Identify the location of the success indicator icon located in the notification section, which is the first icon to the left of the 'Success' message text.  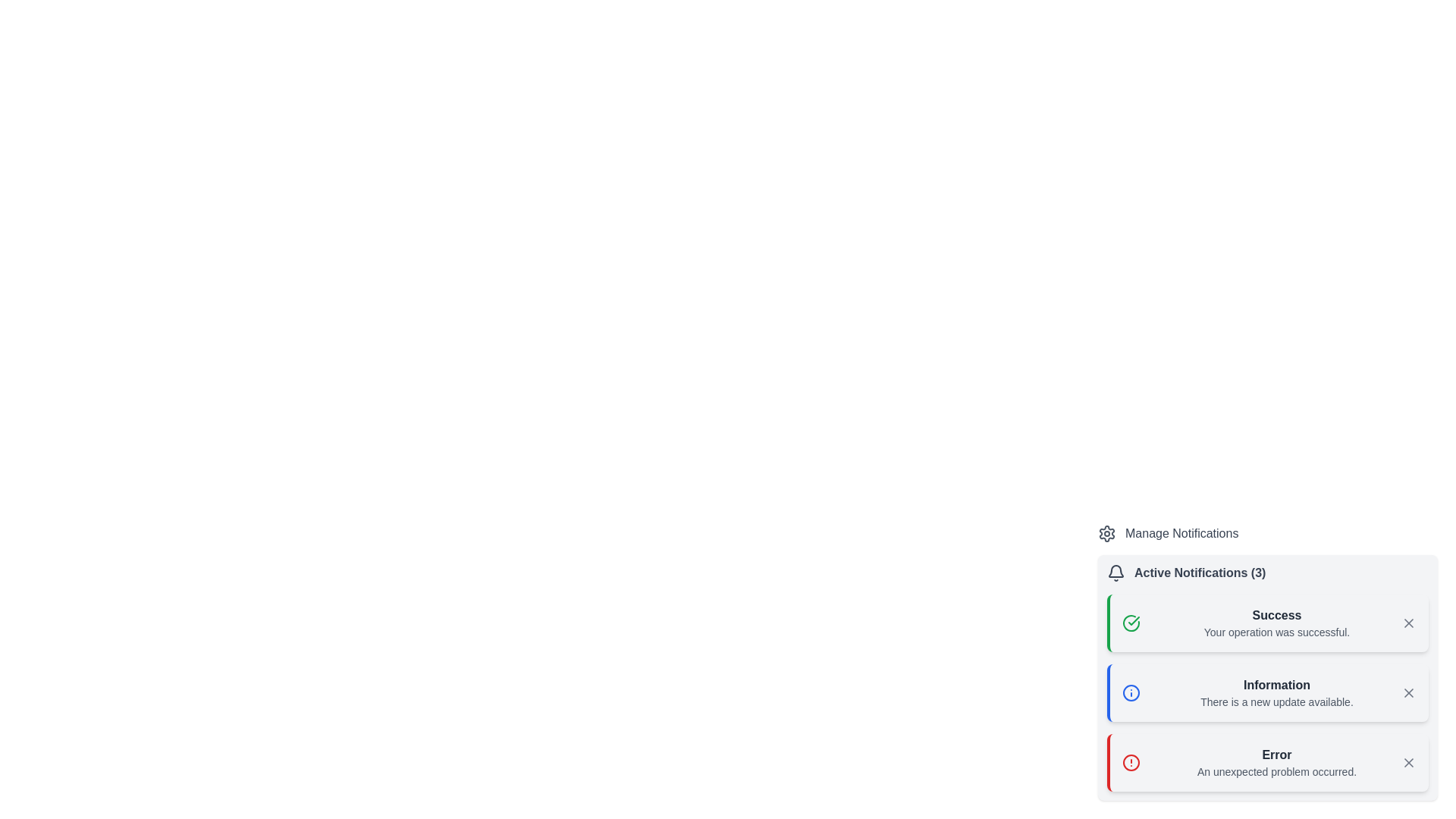
(1131, 623).